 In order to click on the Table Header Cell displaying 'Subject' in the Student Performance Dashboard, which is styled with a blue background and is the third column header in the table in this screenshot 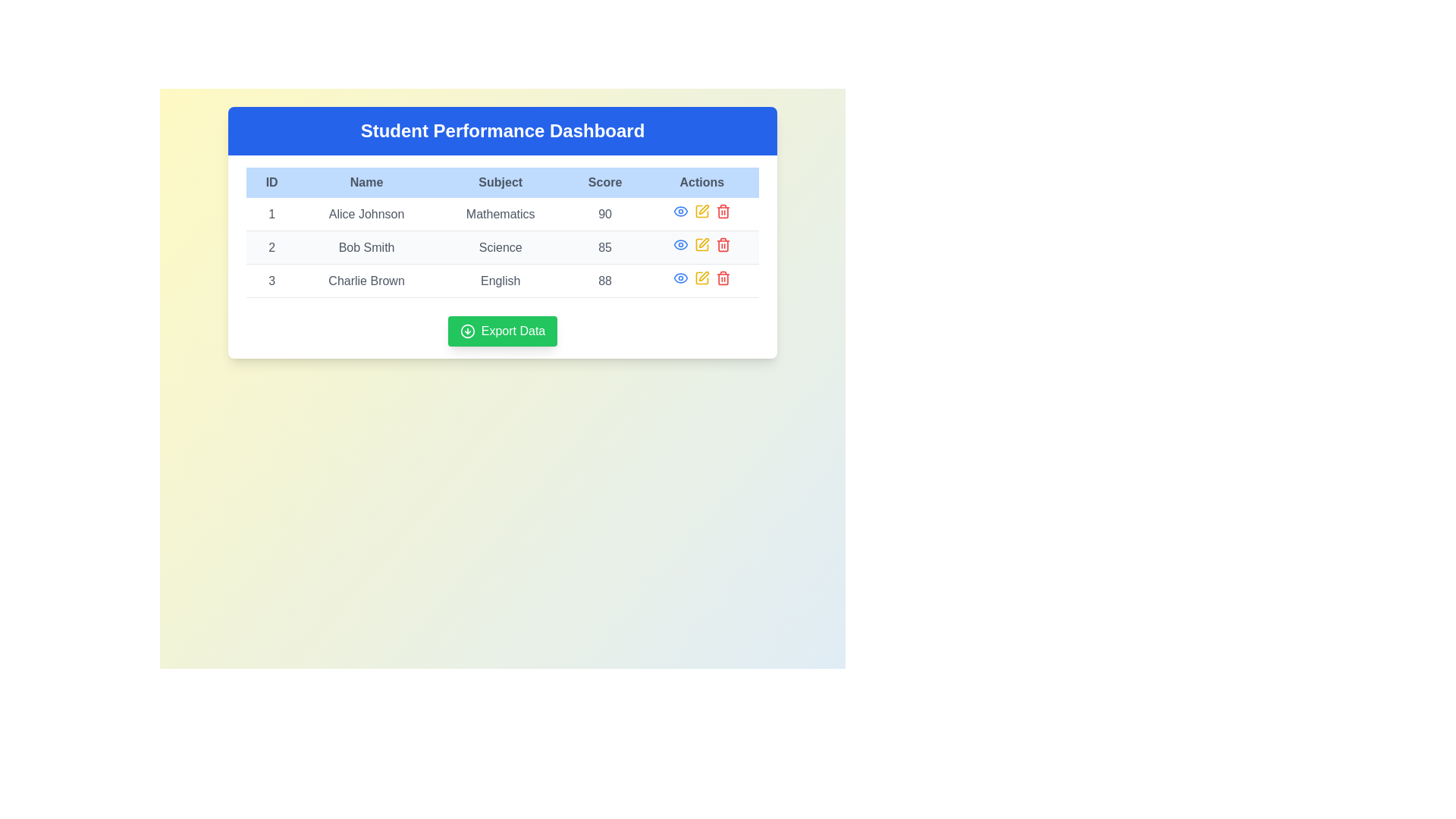, I will do `click(502, 181)`.